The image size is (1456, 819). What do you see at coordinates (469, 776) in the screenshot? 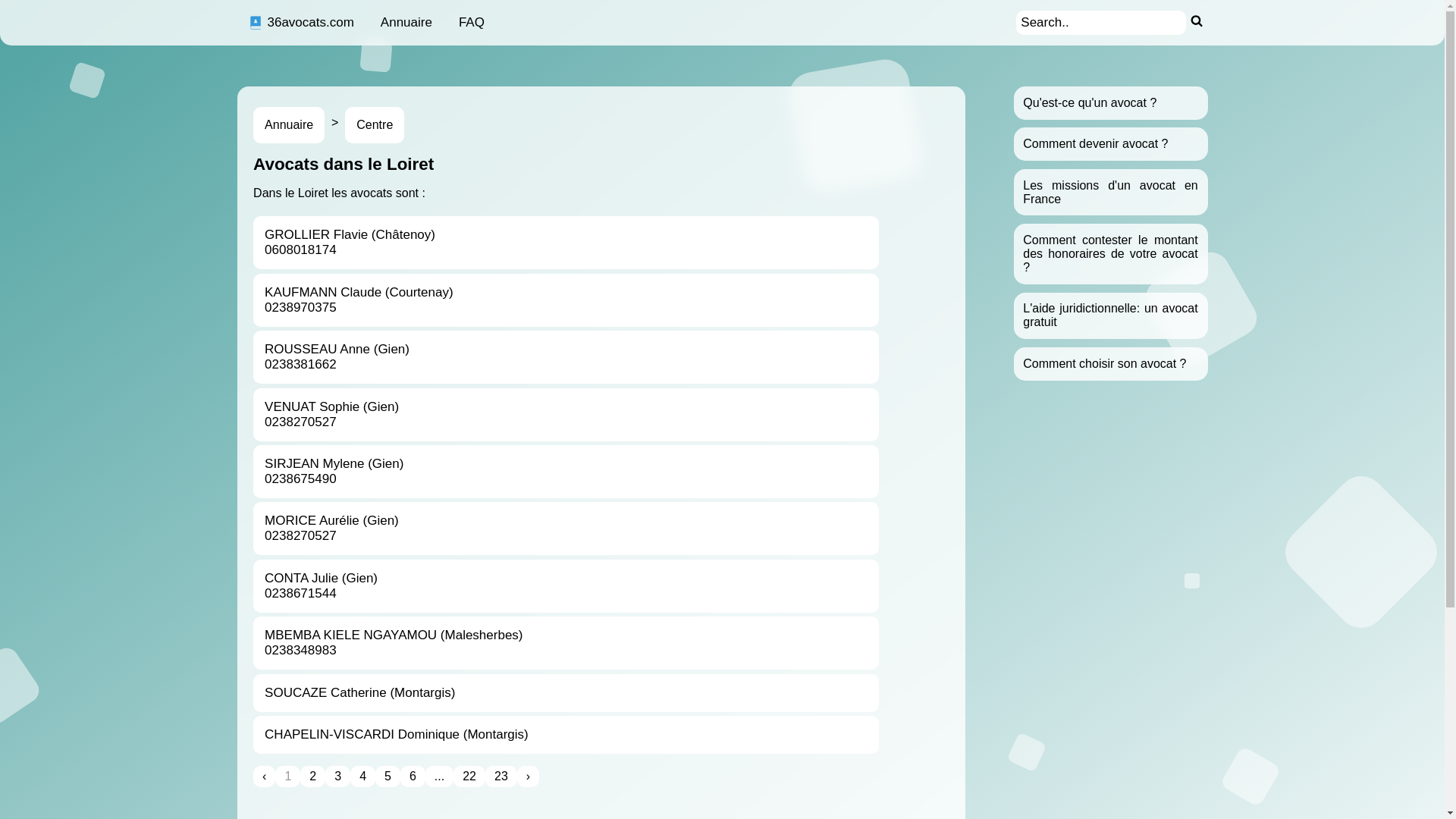
I see `'22'` at bounding box center [469, 776].